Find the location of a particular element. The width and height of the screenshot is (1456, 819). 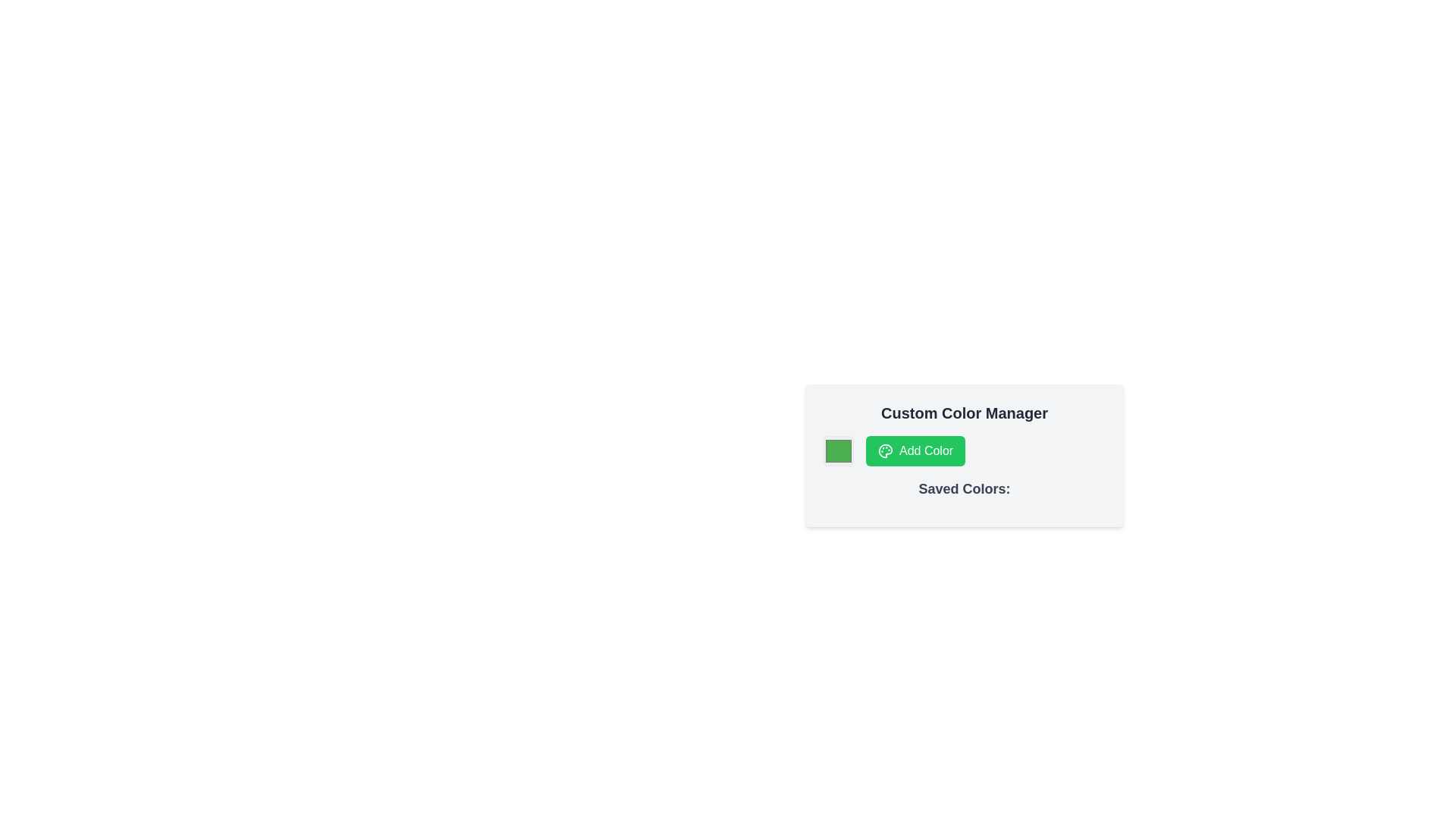

the green 'Add Color' button with rounded corners that is located in the 'Custom Color Manager' section is located at coordinates (964, 450).